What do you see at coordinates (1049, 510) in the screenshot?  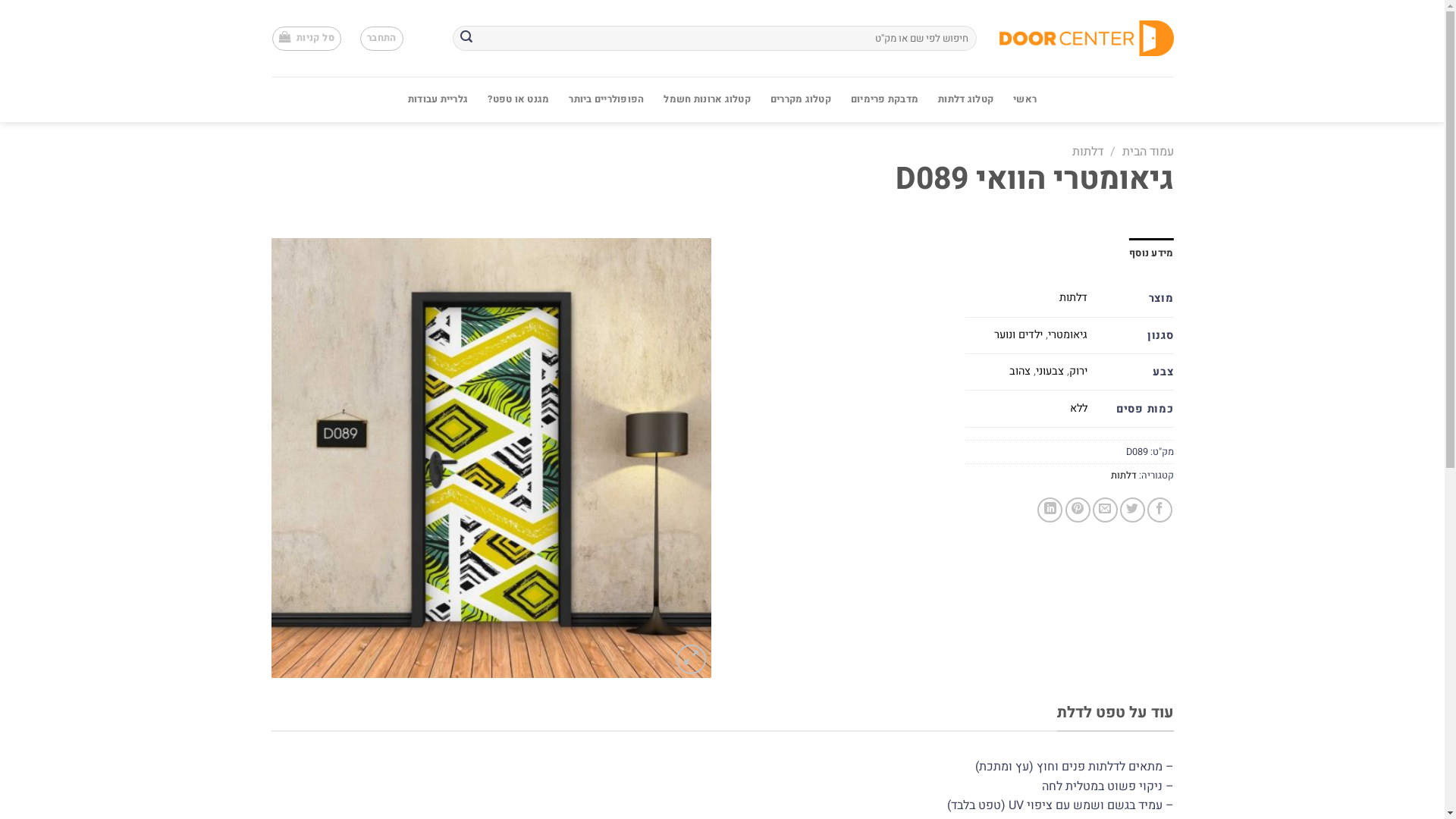 I see `'Share on LinkedIn'` at bounding box center [1049, 510].